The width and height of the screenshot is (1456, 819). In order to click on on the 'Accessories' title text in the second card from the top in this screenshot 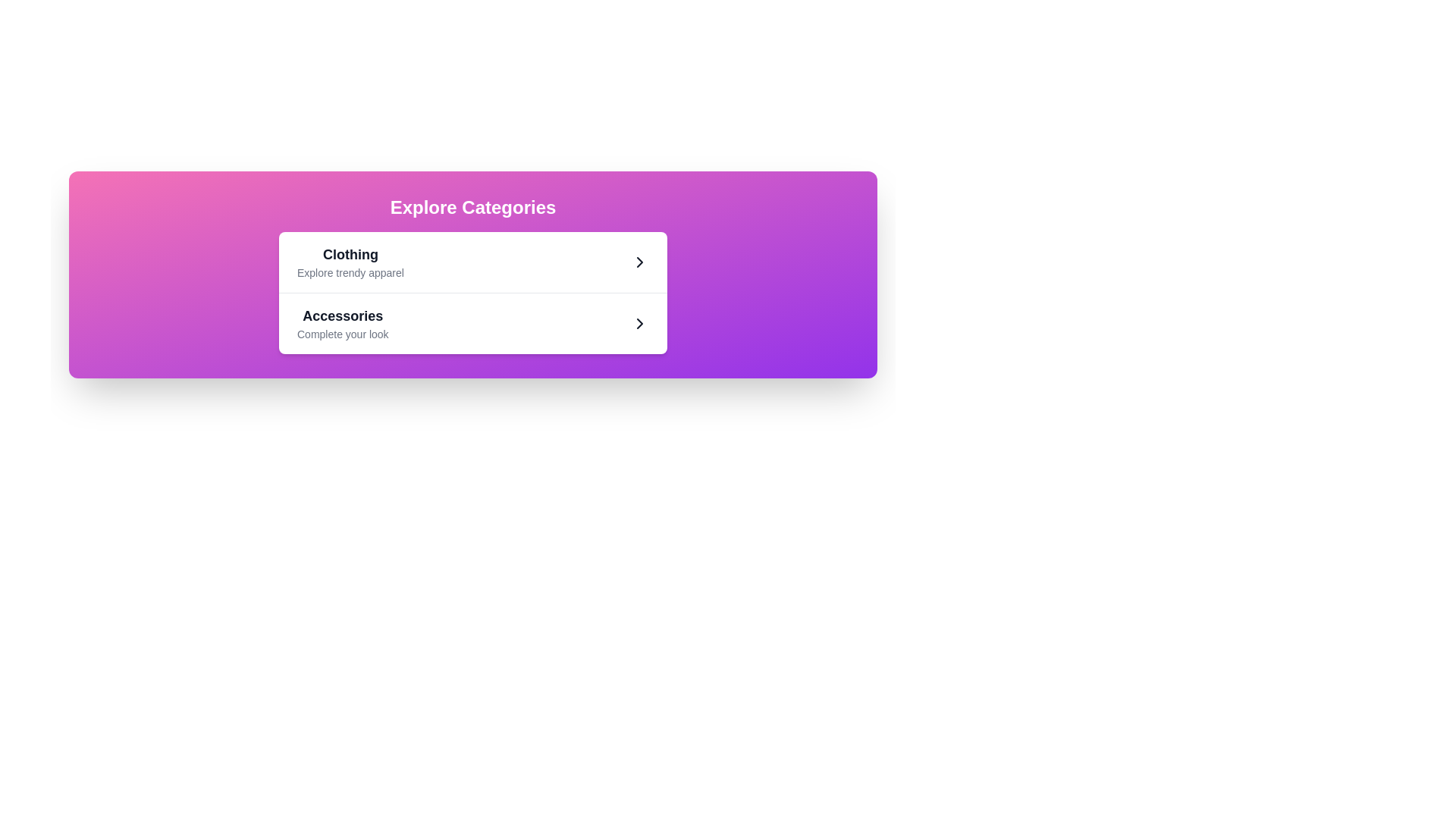, I will do `click(342, 315)`.